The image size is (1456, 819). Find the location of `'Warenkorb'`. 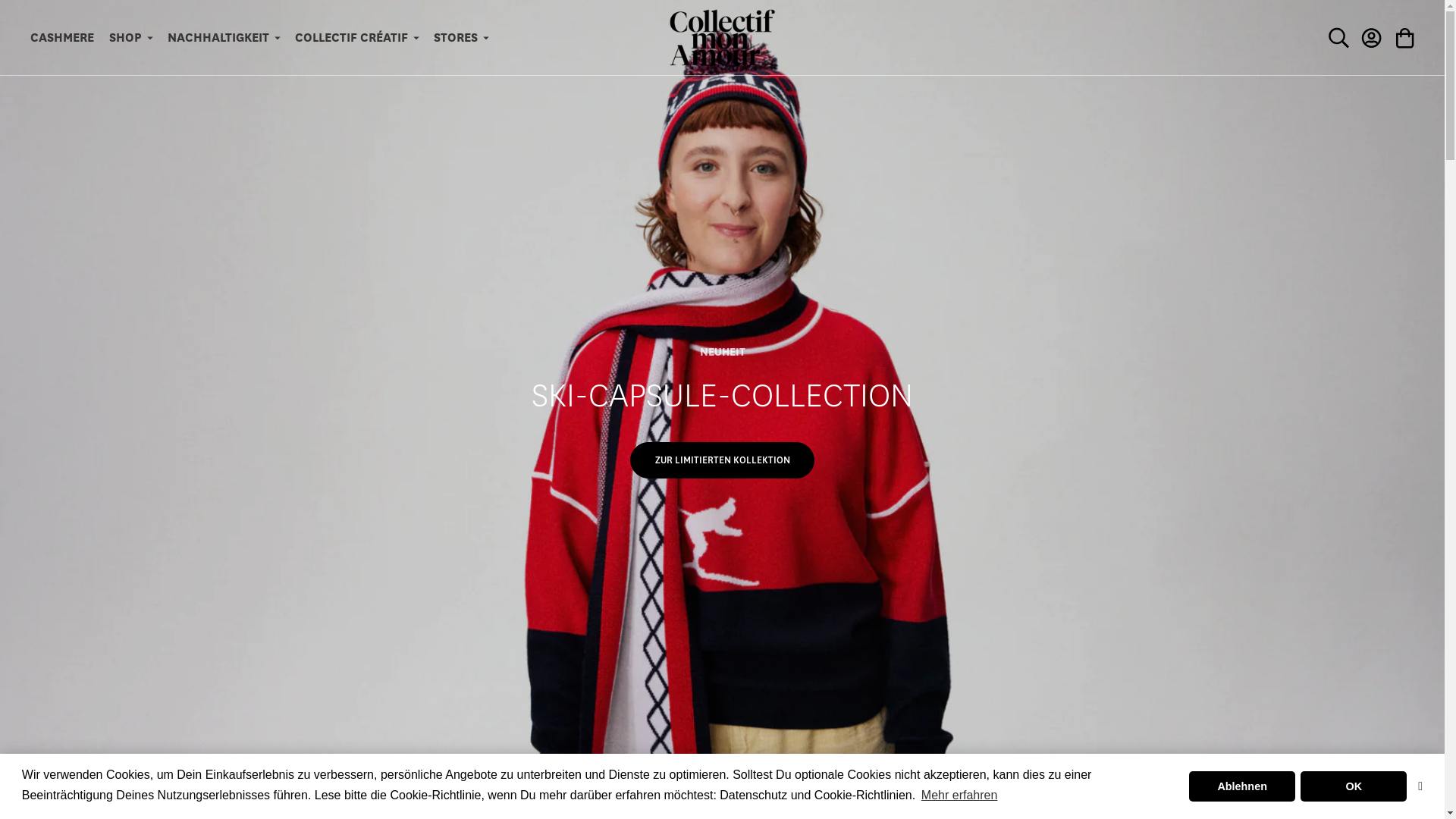

'Warenkorb' is located at coordinates (1388, 37).